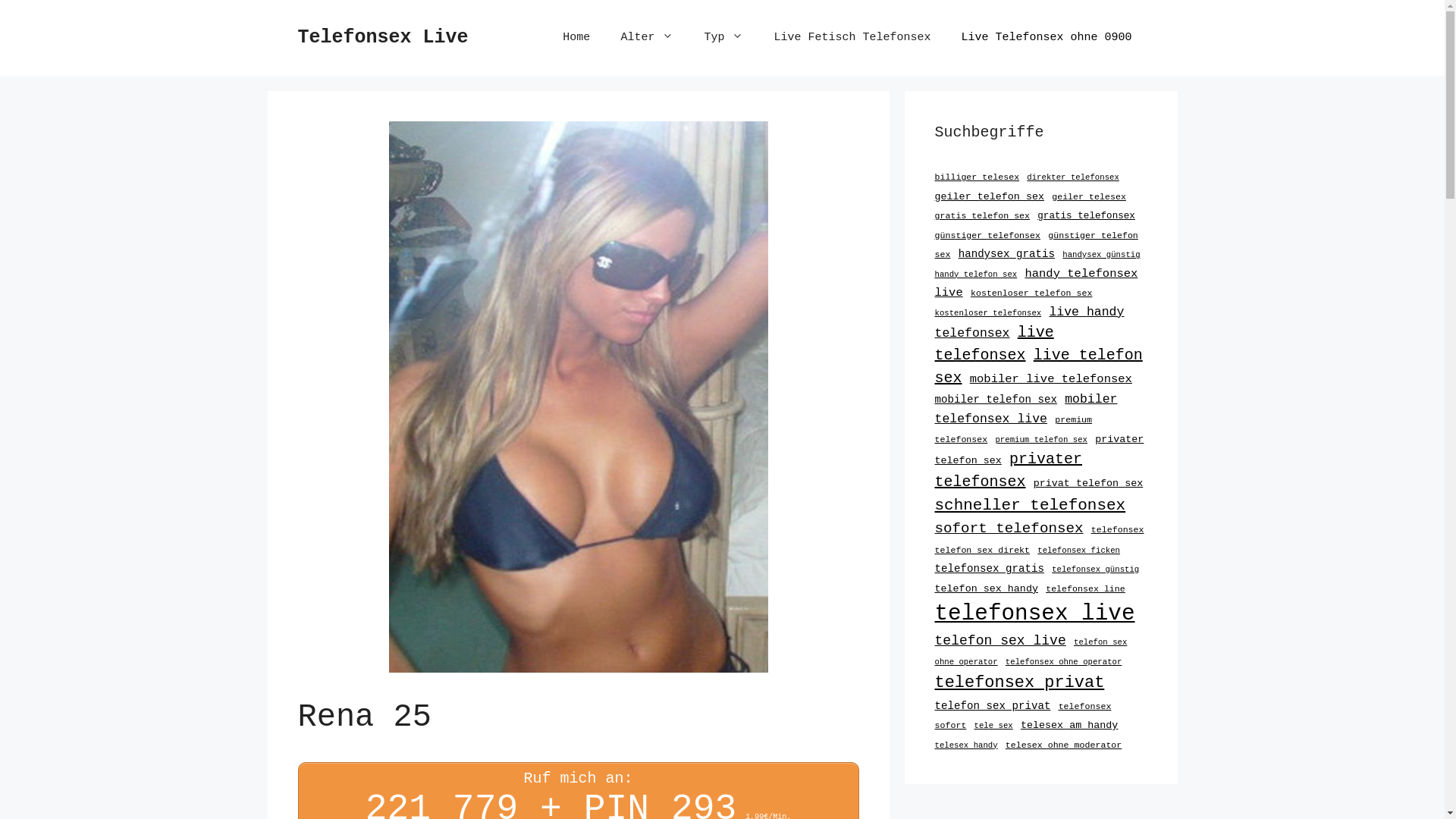 The height and width of the screenshot is (819, 1456). I want to click on 'telefonsex ohne operator', so click(1062, 661).